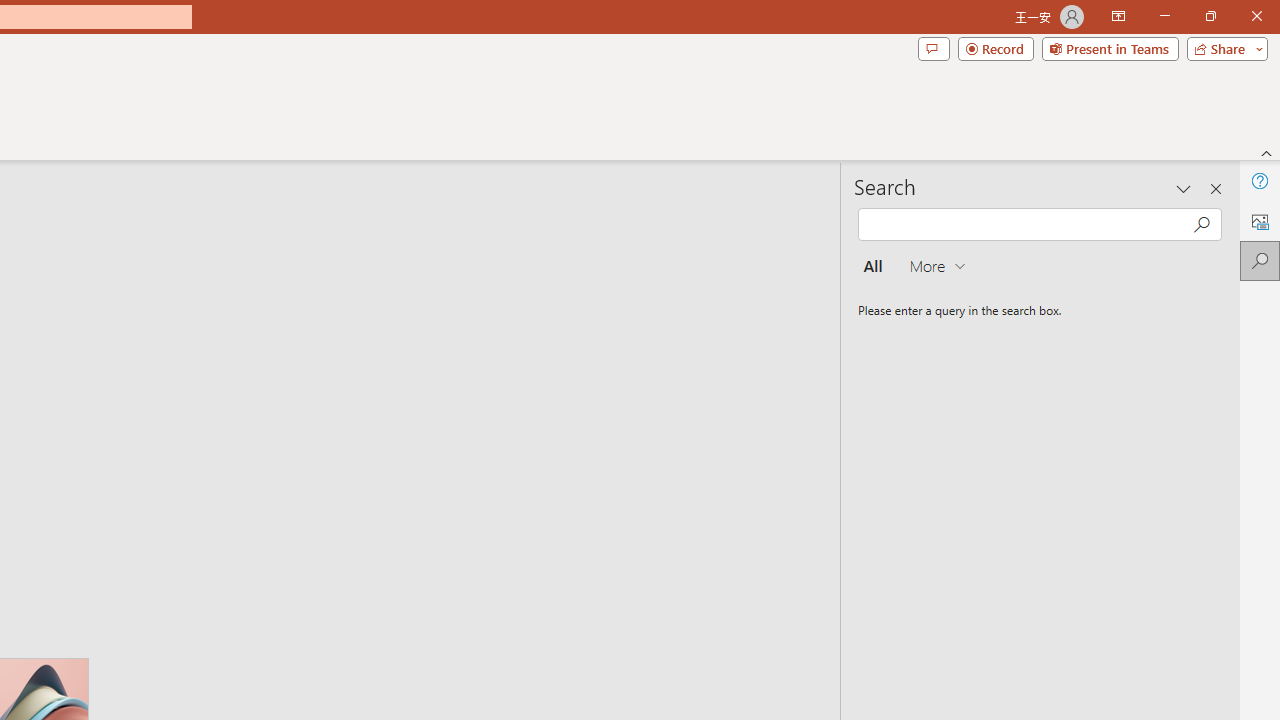 The height and width of the screenshot is (720, 1280). I want to click on 'Alt Text', so click(1259, 221).